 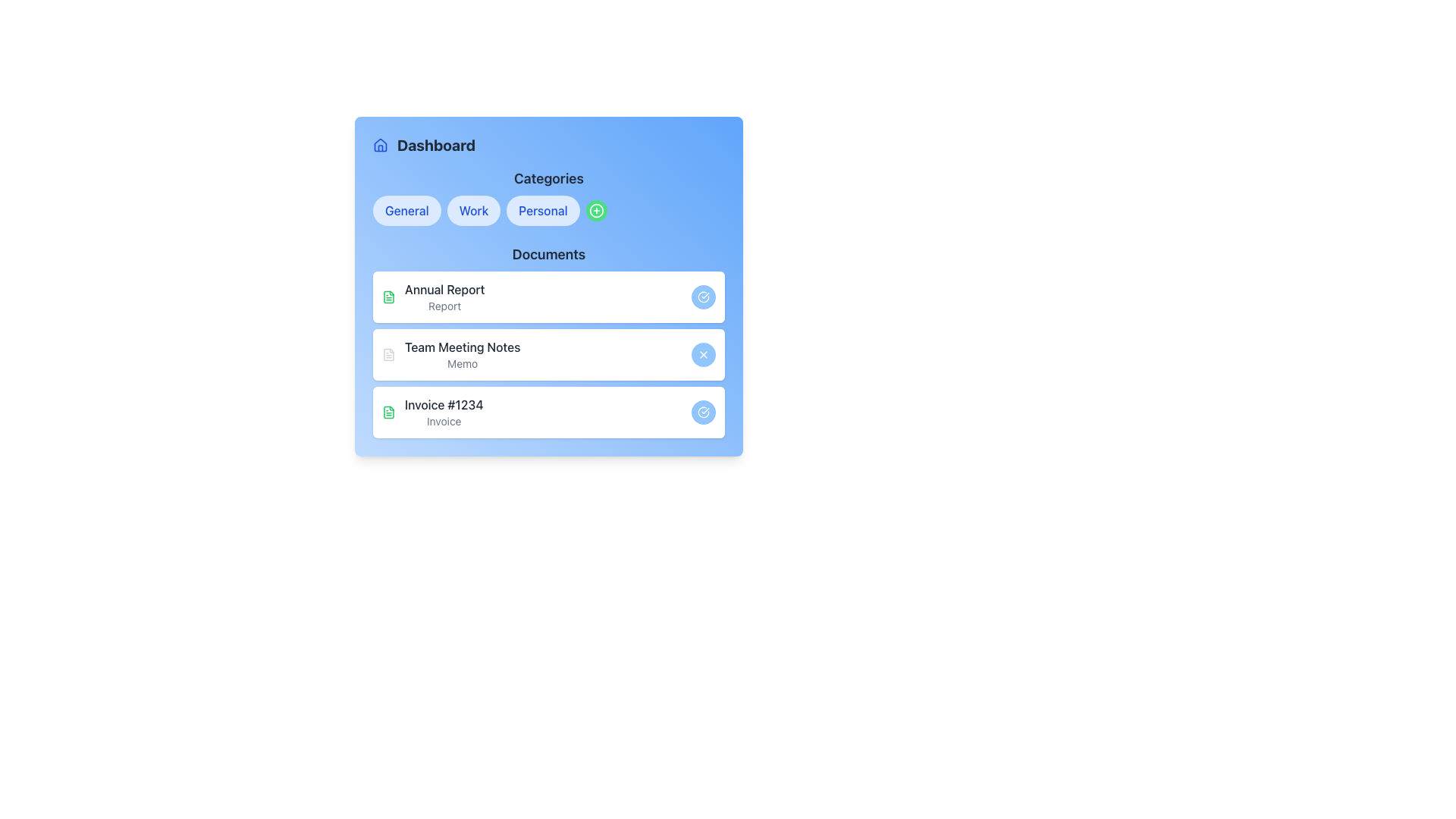 I want to click on the document icon located to the left of the text 'Team Meeting Notes' and 'Memo' in the 'Documents' section of the dashboard interface, so click(x=389, y=354).